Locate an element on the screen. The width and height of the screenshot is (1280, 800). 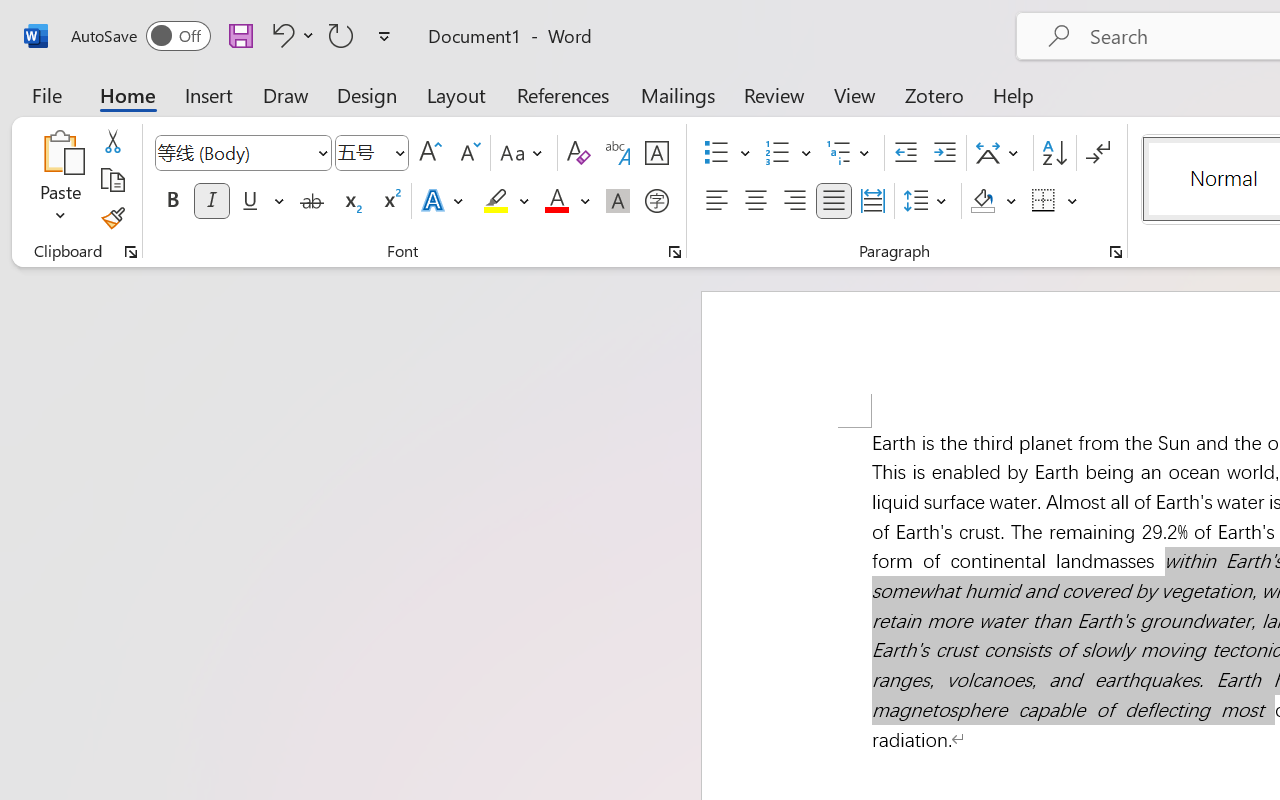
'Shrink Font' is located at coordinates (467, 153).